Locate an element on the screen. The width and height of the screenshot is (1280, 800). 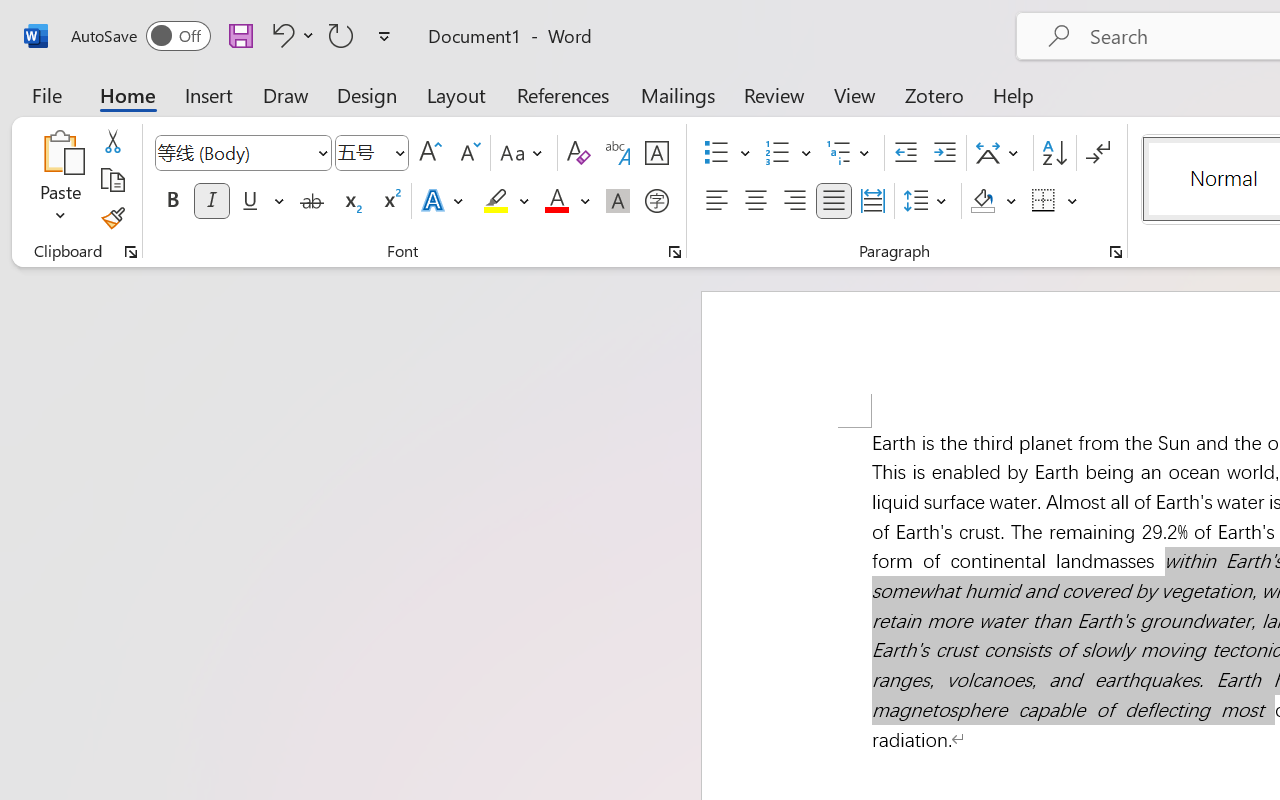
'Shrink Font' is located at coordinates (467, 153).